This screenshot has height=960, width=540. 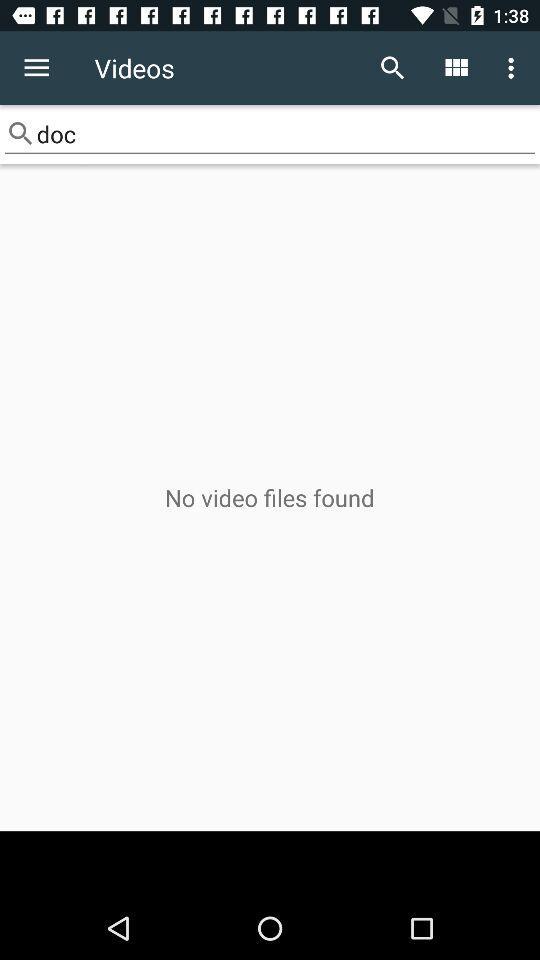 I want to click on icon above the no video files, so click(x=270, y=133).